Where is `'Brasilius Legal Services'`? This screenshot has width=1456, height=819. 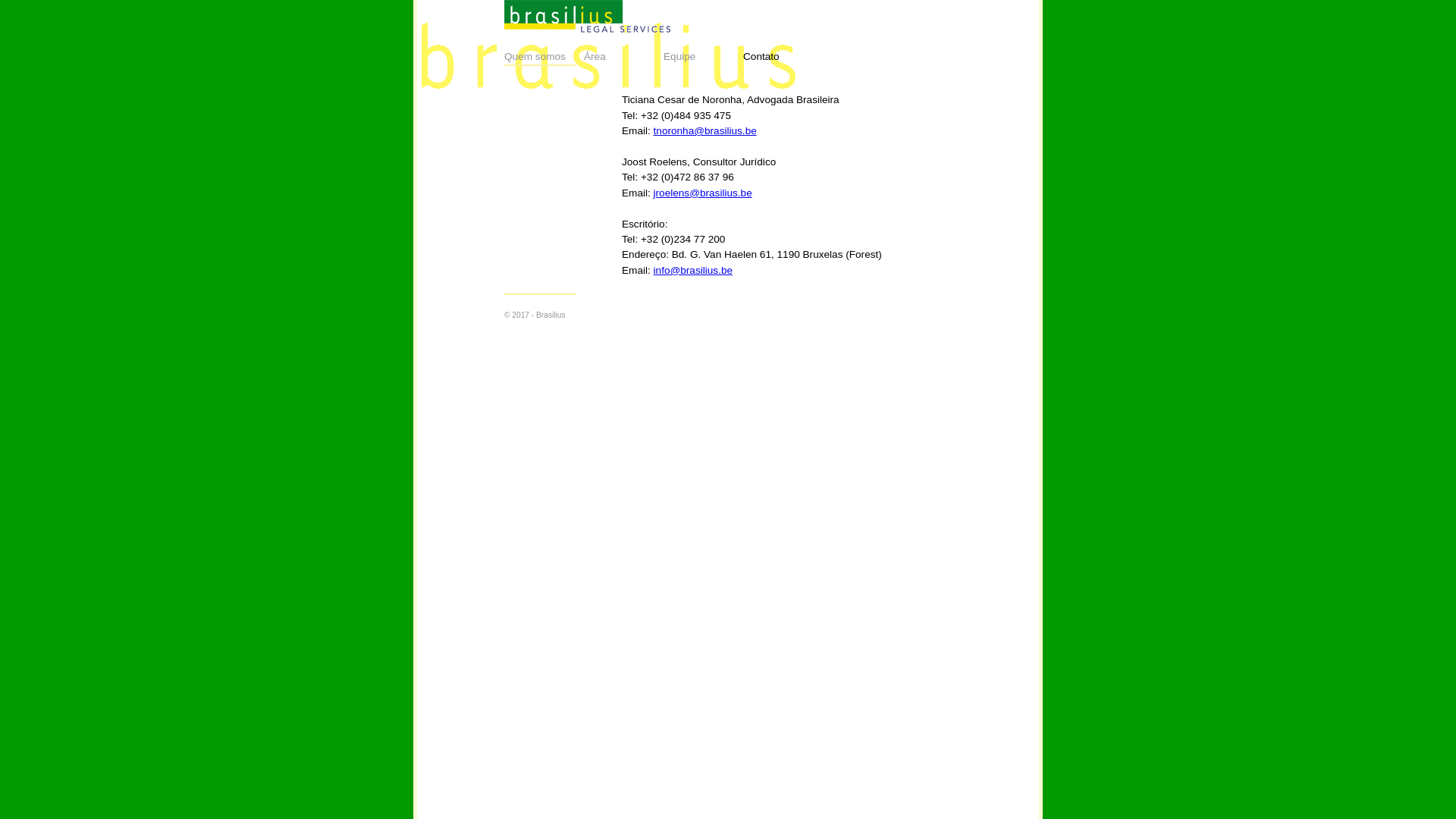 'Brasilius Legal Services' is located at coordinates (504, 16).